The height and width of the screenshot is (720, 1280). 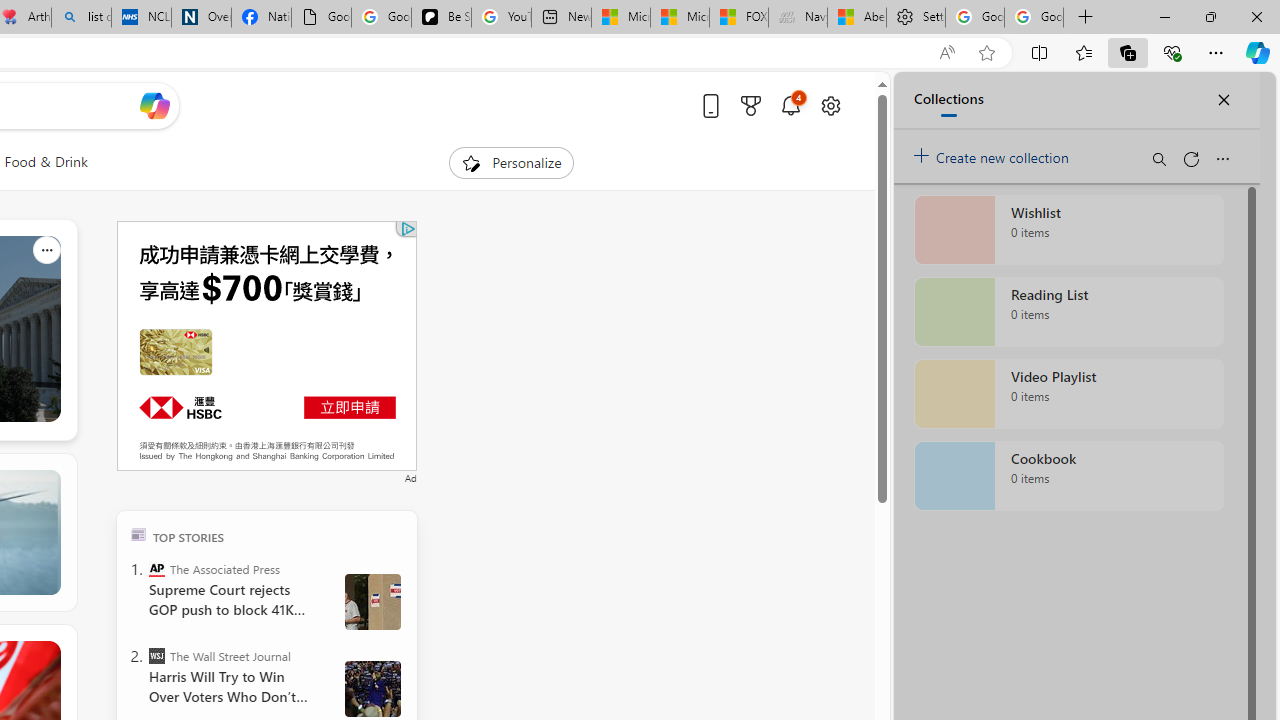 I want to click on 'Class: qc-adchoices-icon', so click(x=407, y=227).